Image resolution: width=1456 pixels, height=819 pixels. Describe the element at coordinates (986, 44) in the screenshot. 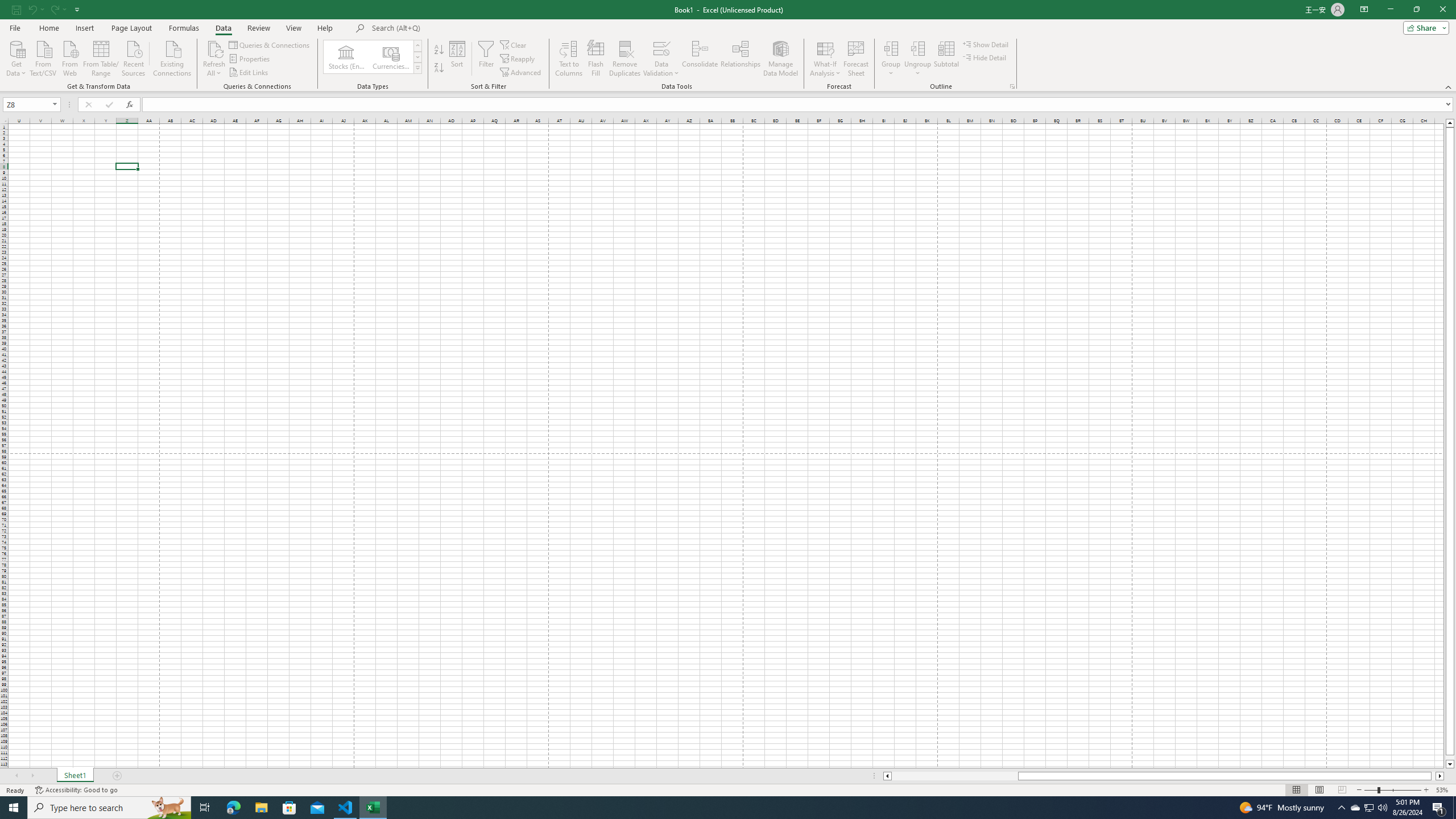

I see `'Show Detail'` at that location.